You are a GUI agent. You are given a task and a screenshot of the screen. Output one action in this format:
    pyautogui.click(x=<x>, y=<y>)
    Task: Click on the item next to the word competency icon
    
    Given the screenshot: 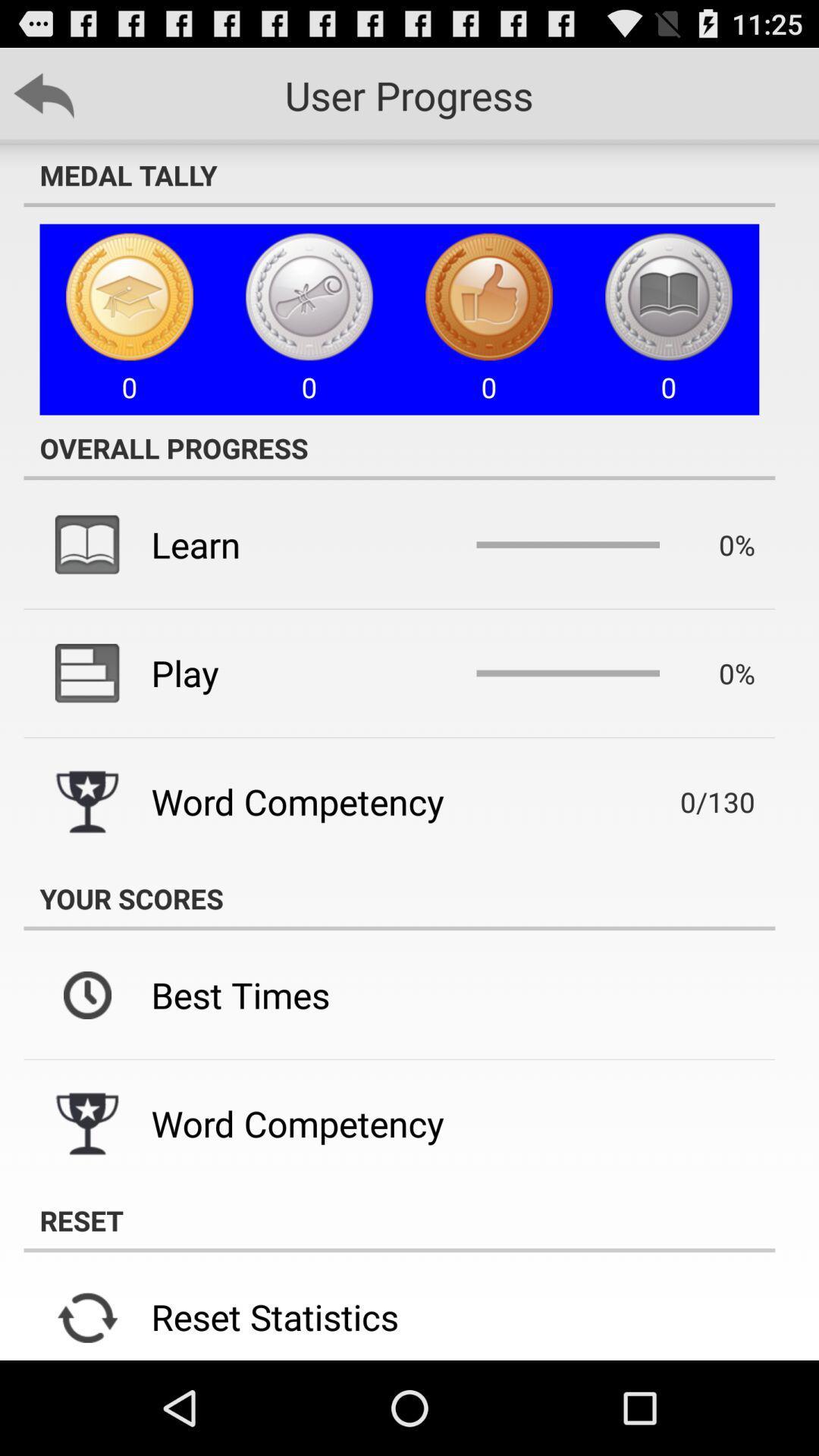 What is the action you would take?
    pyautogui.click(x=695, y=801)
    